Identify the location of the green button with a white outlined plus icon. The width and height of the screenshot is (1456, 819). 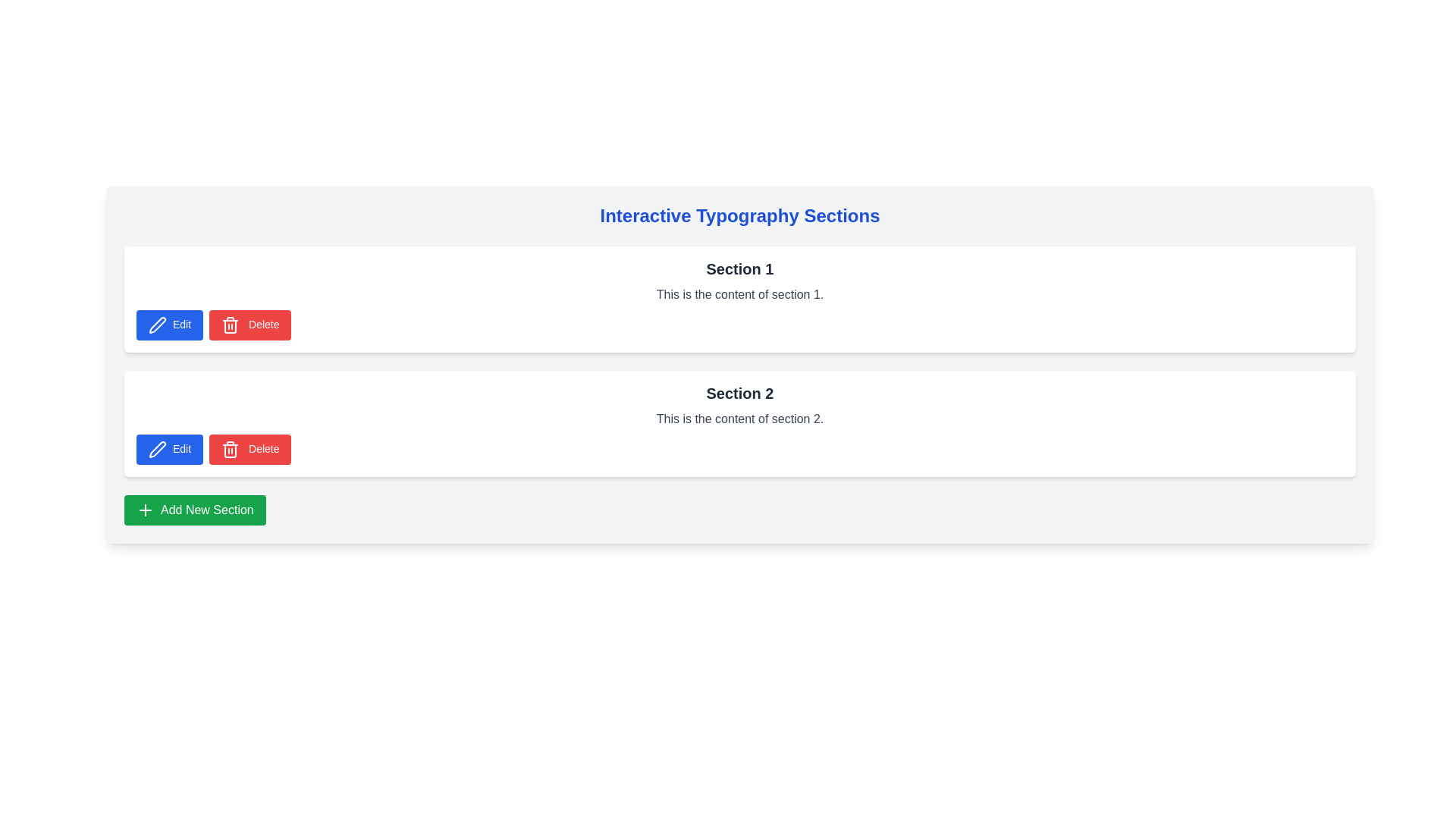
(146, 510).